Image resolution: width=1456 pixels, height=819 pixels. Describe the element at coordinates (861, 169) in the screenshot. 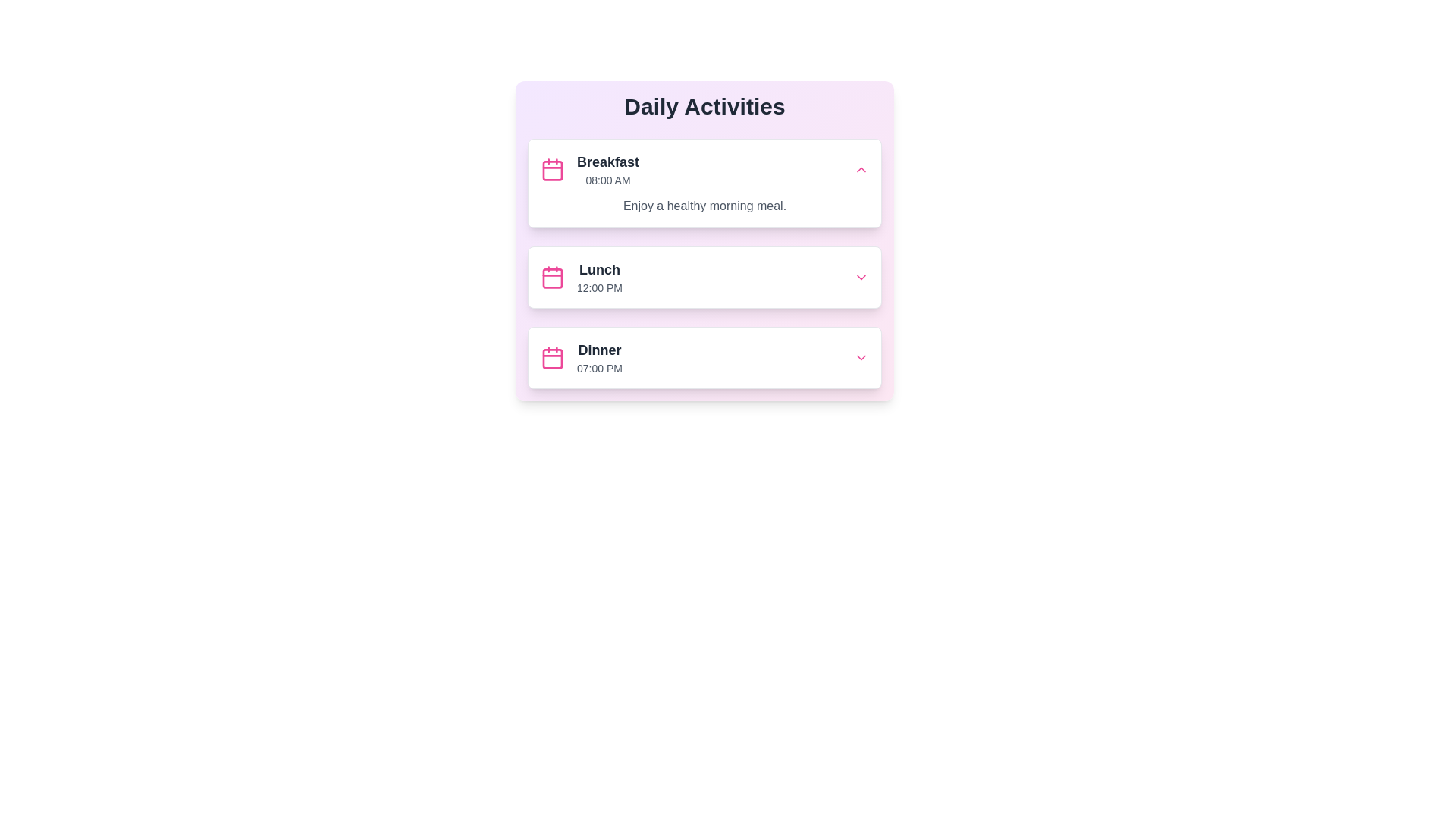

I see `the upward-facing pink arrow button located on the far-right of the 'Breakfast' section` at that location.